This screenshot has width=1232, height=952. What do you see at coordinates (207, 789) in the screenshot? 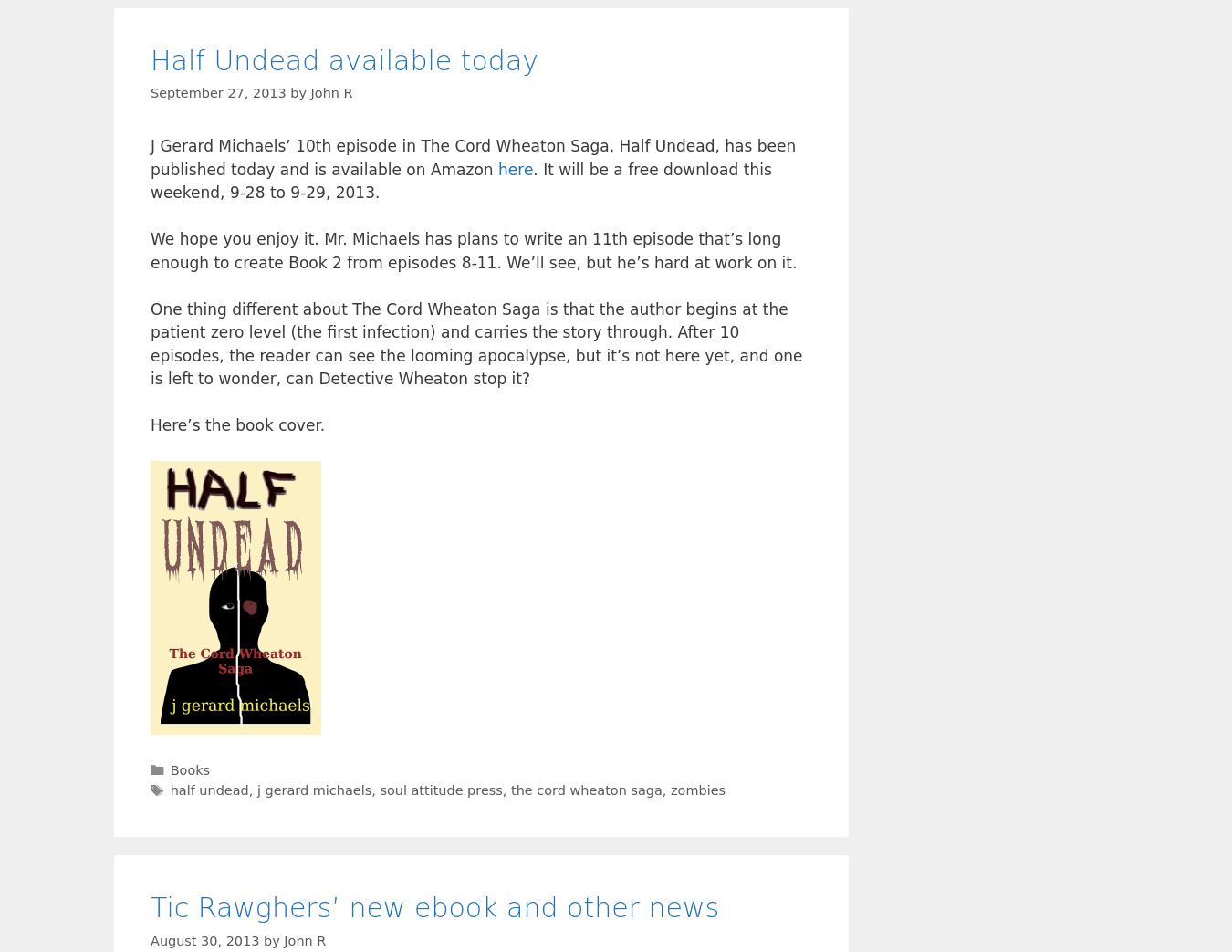
I see `'half undead'` at bounding box center [207, 789].